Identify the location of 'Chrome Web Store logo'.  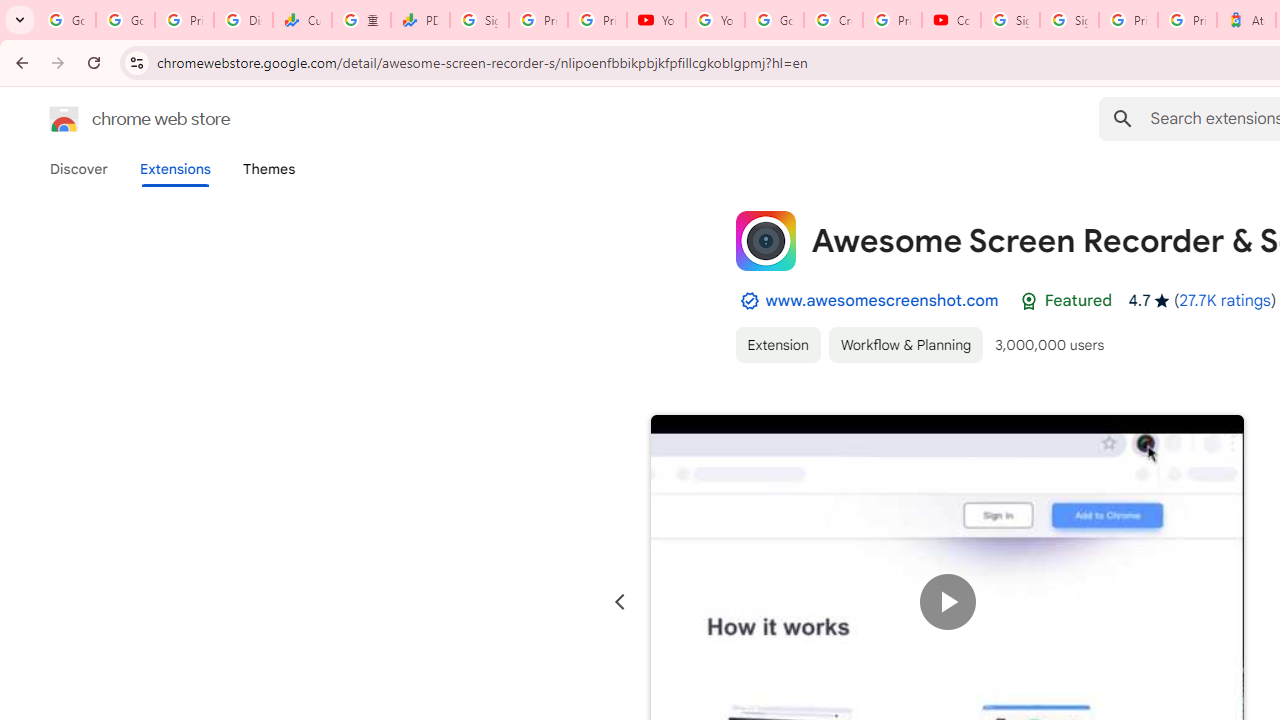
(64, 119).